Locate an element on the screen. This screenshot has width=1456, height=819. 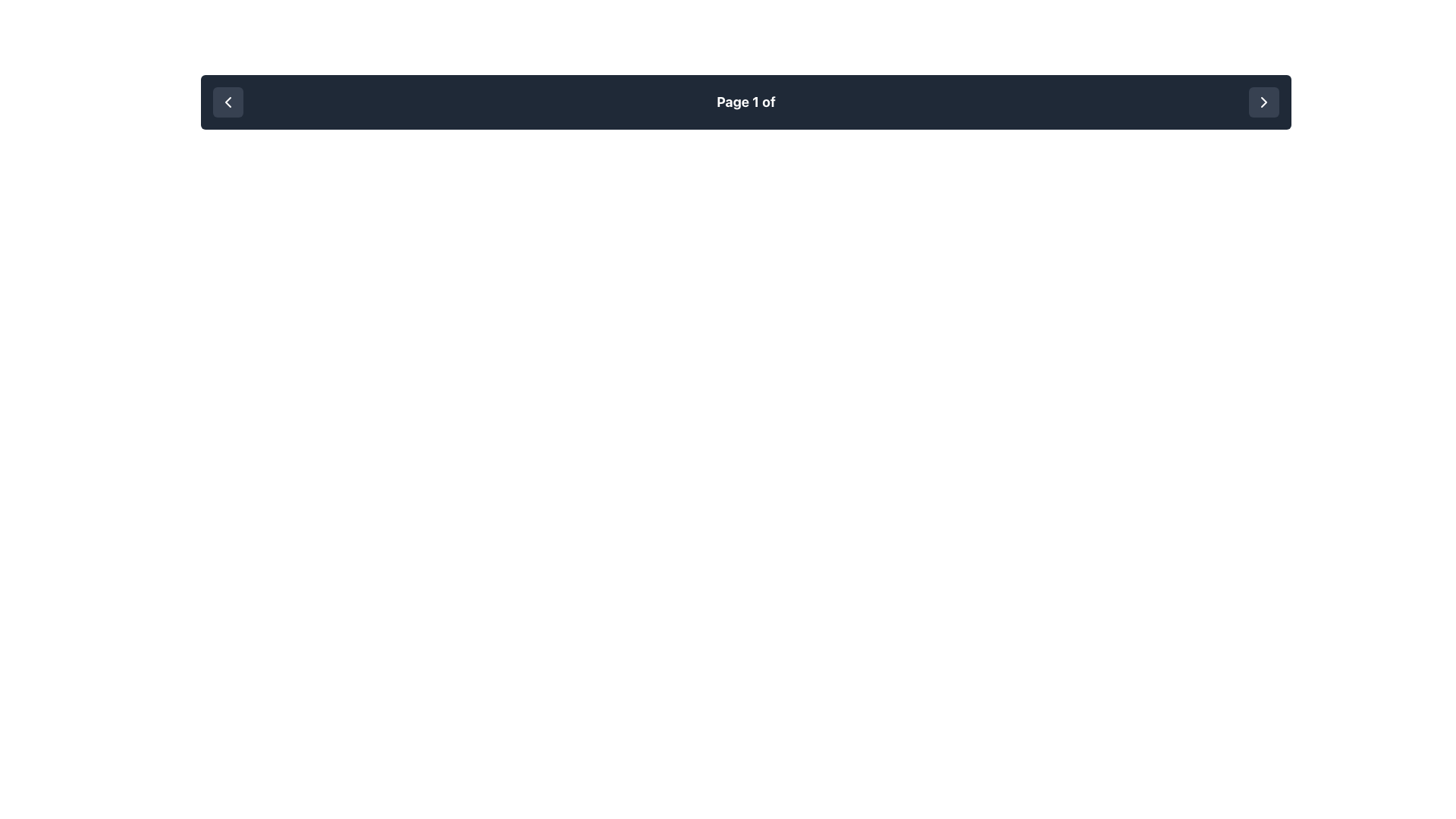
the main text label displaying the current page number and total pages in the navigation bar, which is centered horizontally between two arrow buttons is located at coordinates (745, 102).